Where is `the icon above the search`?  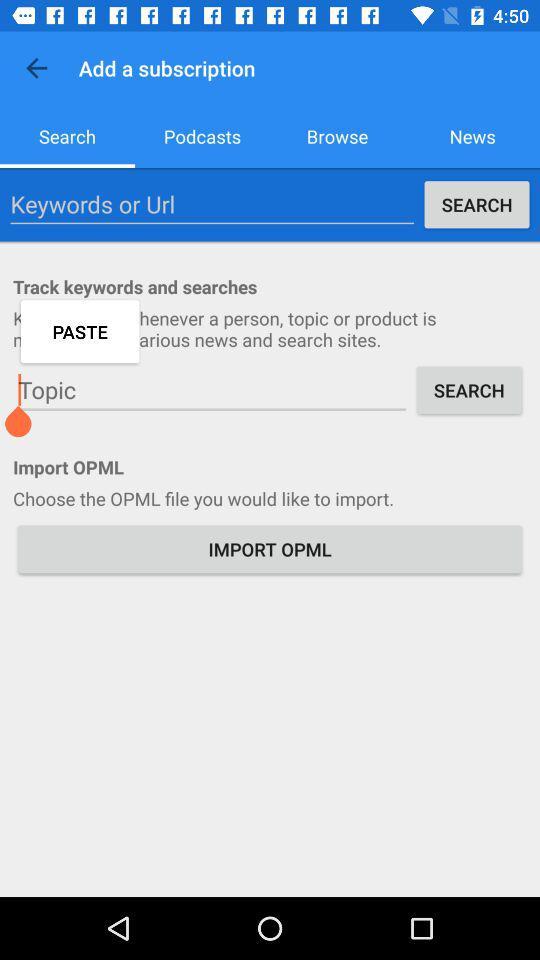 the icon above the search is located at coordinates (36, 68).